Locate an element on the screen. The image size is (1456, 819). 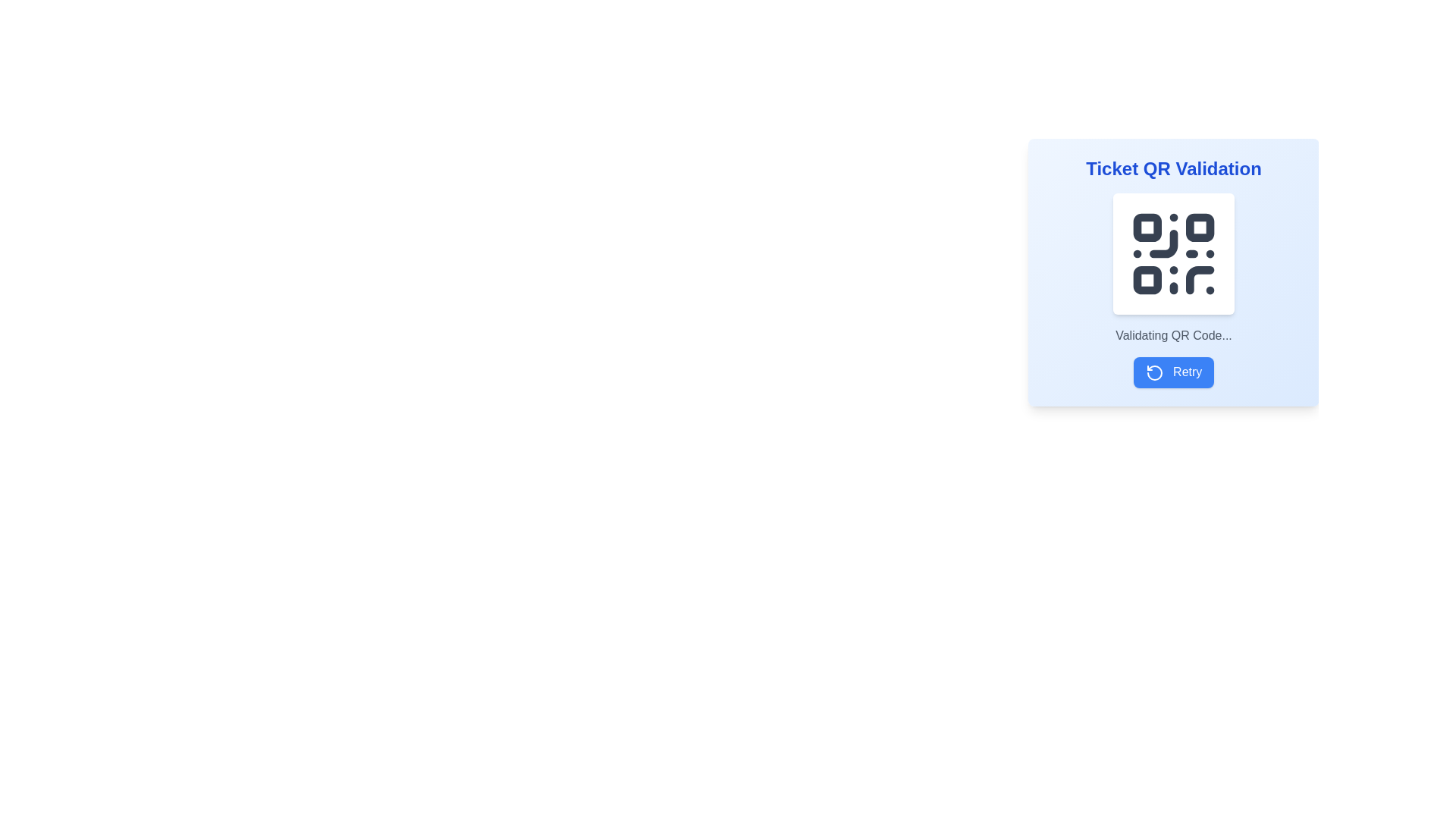
the decorative SVG icon located within the Retry button at the bottom center of the 'Ticket QR Validation' dialog, which indicates the retry action is located at coordinates (1153, 372).